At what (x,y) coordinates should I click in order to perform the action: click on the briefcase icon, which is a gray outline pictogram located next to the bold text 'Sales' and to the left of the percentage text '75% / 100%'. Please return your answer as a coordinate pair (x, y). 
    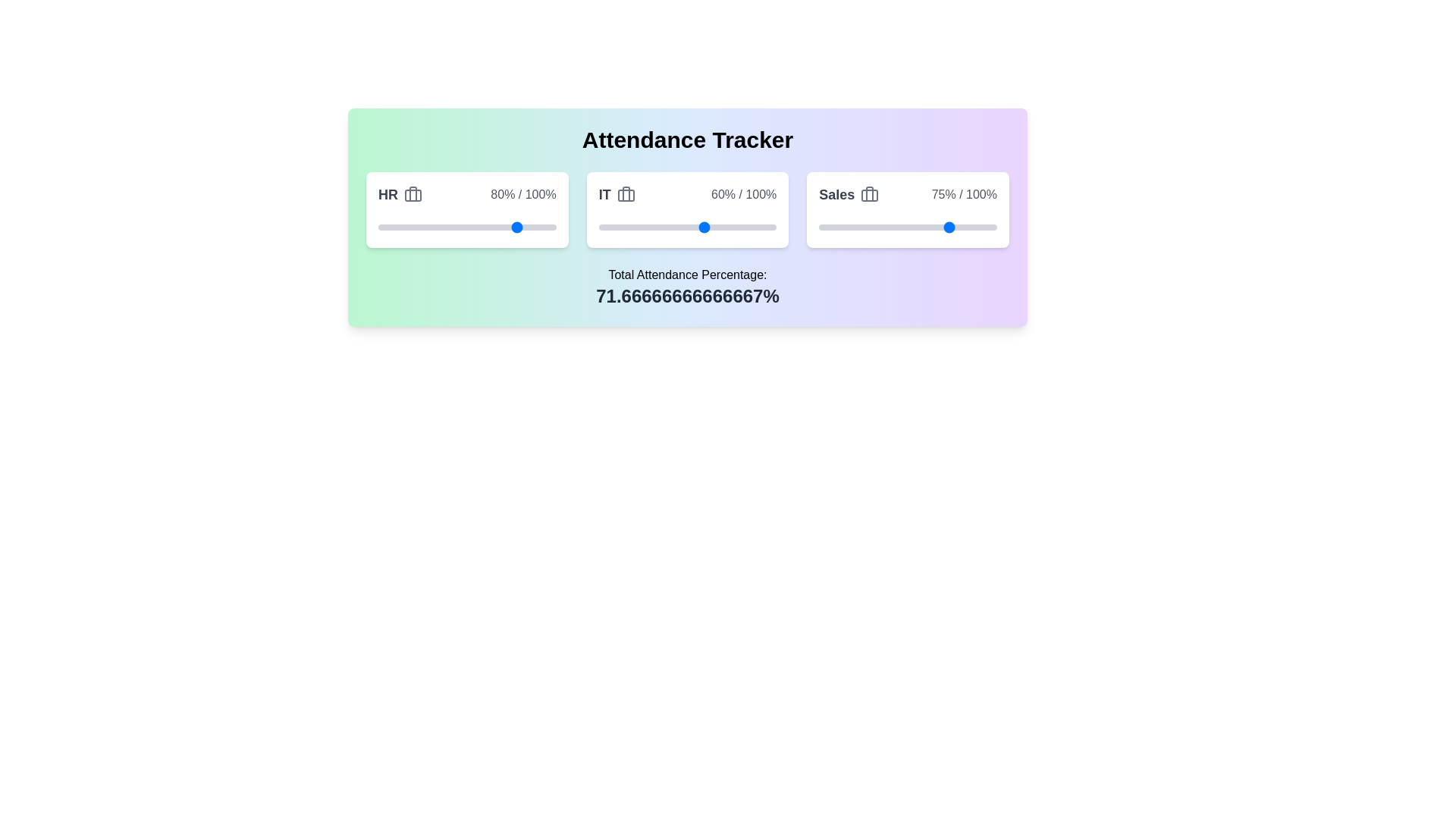
    Looking at the image, I should click on (870, 194).